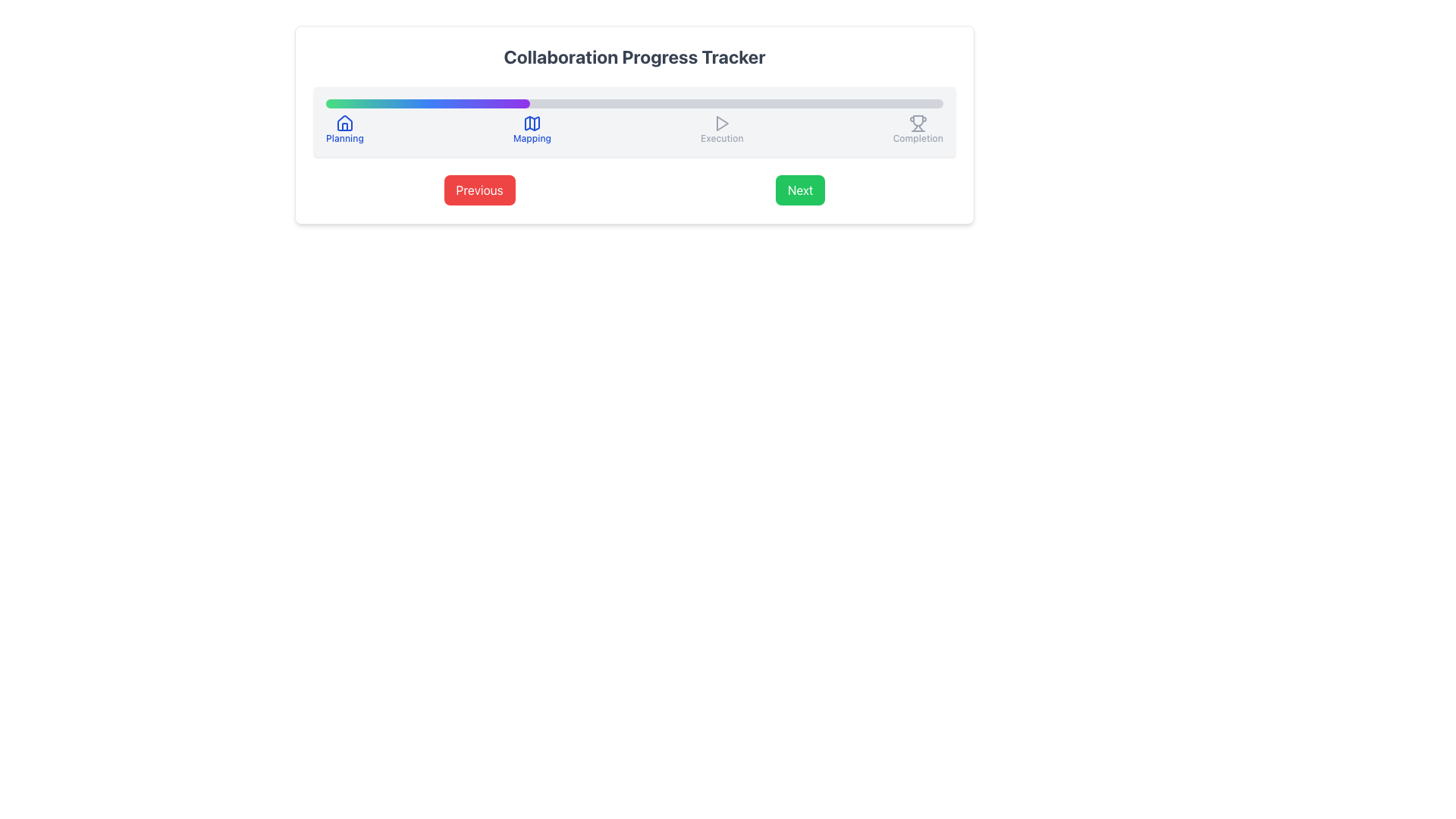  Describe the element at coordinates (532, 122) in the screenshot. I see `the stylized map icon with fold lines, which is the second icon from the left under the progress tracker, representing the 'Mapping' stage` at that location.